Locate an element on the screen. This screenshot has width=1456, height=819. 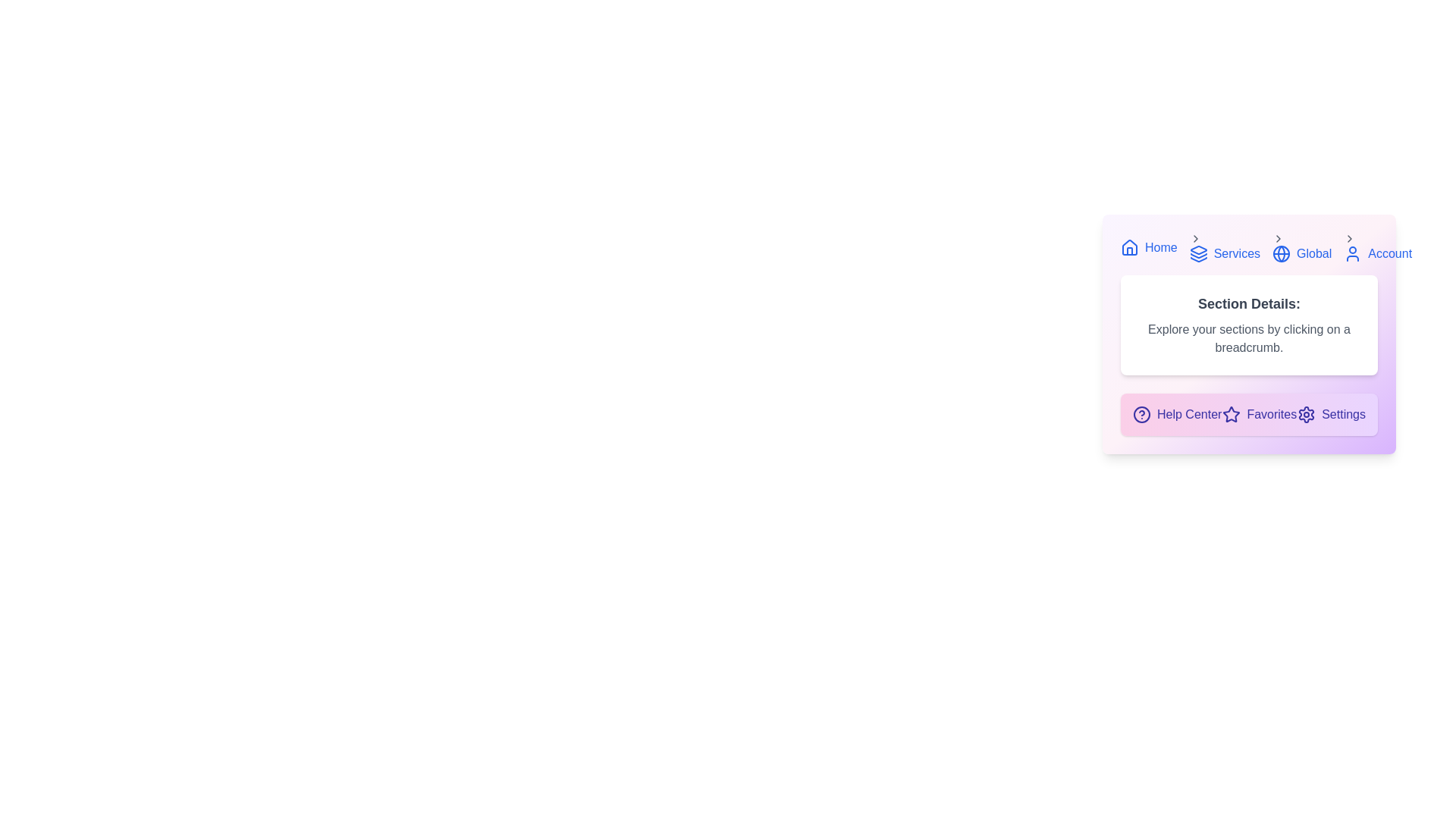
the Text label that provides access to the Help Center functionality, located in the second position from the left in a horizontal row at the bottom of a light purple interface box is located at coordinates (1188, 415).